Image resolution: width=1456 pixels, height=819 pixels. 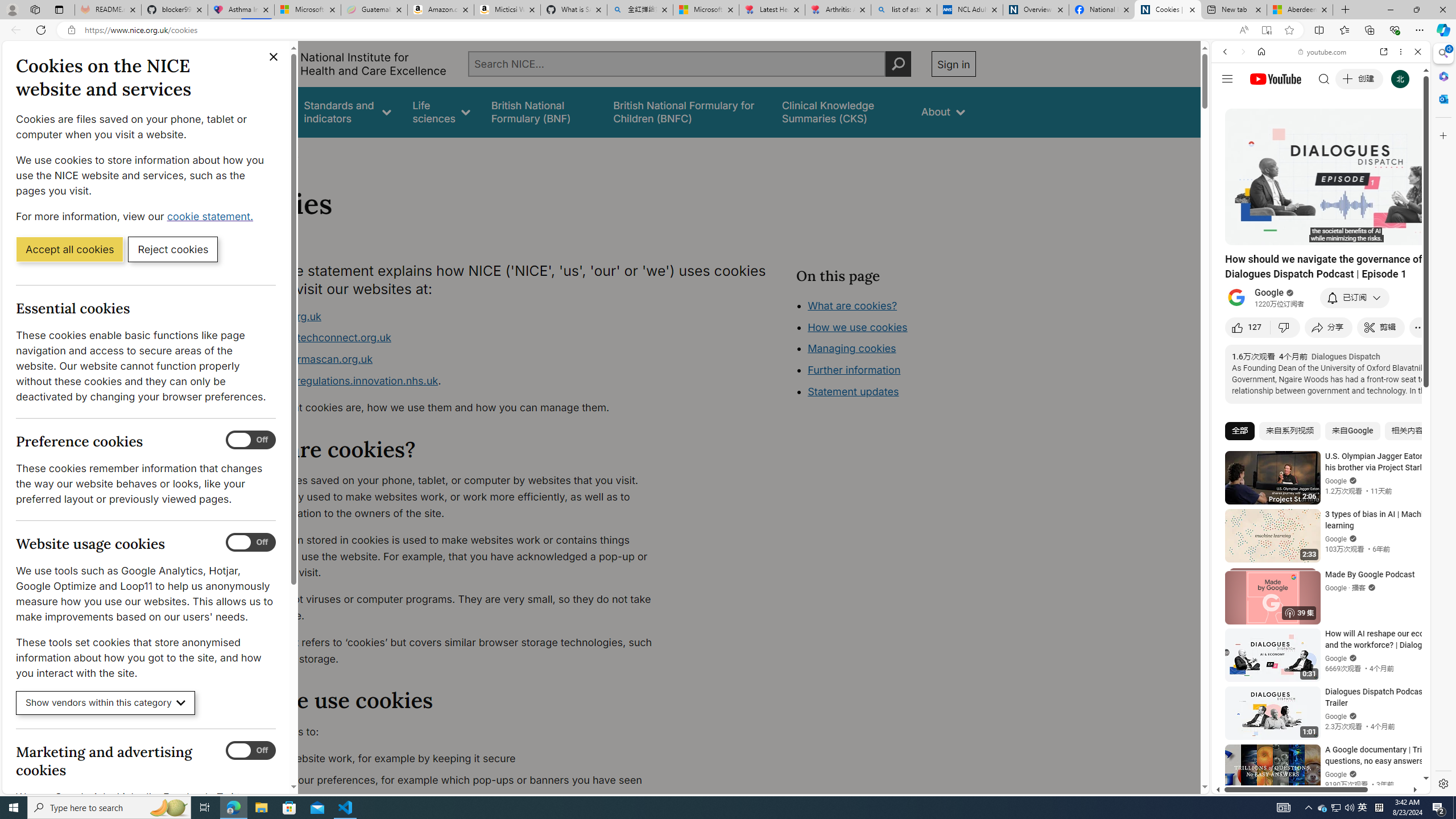 What do you see at coordinates (69, 248) in the screenshot?
I see `'Accept all cookies'` at bounding box center [69, 248].